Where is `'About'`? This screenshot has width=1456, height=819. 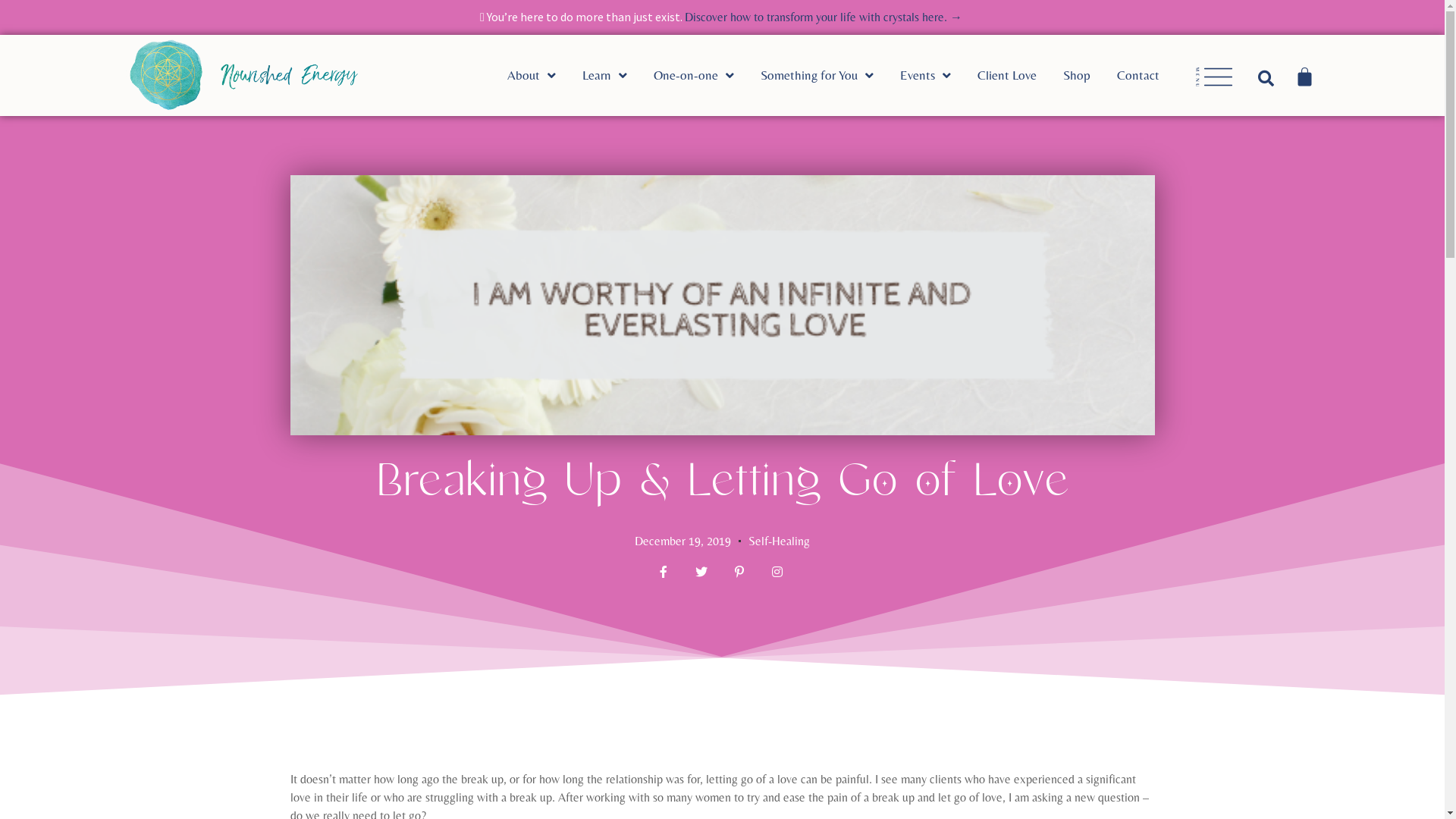
'About' is located at coordinates (544, 76).